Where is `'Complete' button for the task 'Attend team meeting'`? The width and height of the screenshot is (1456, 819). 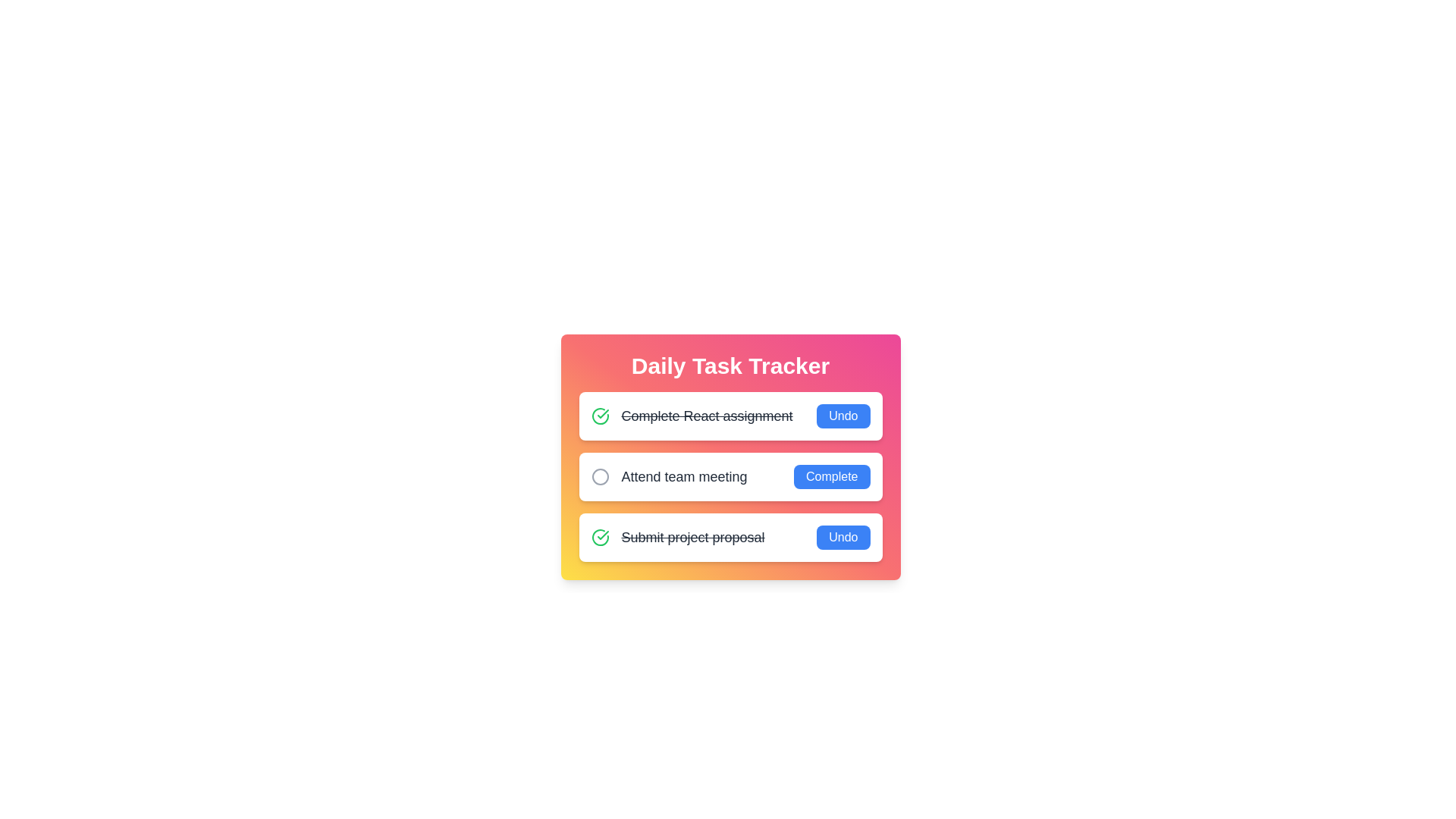 'Complete' button for the task 'Attend team meeting' is located at coordinates (831, 475).